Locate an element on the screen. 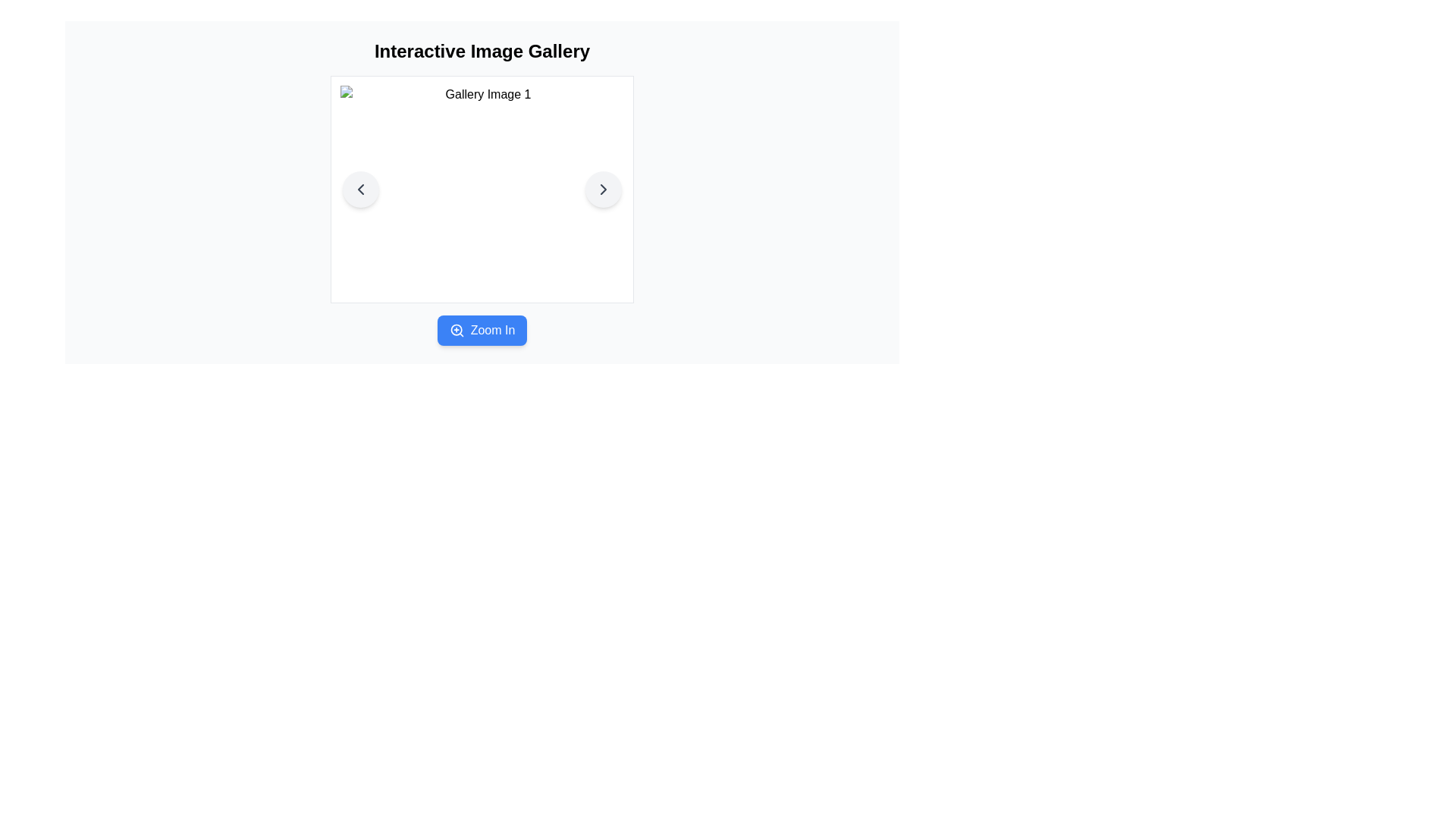 The height and width of the screenshot is (819, 1456). the circular icon with a magnifying glass and plus sign, which is located inside the blue rectangular button labeled 'Zoom In' at the bottom center of the interface is located at coordinates (456, 329).